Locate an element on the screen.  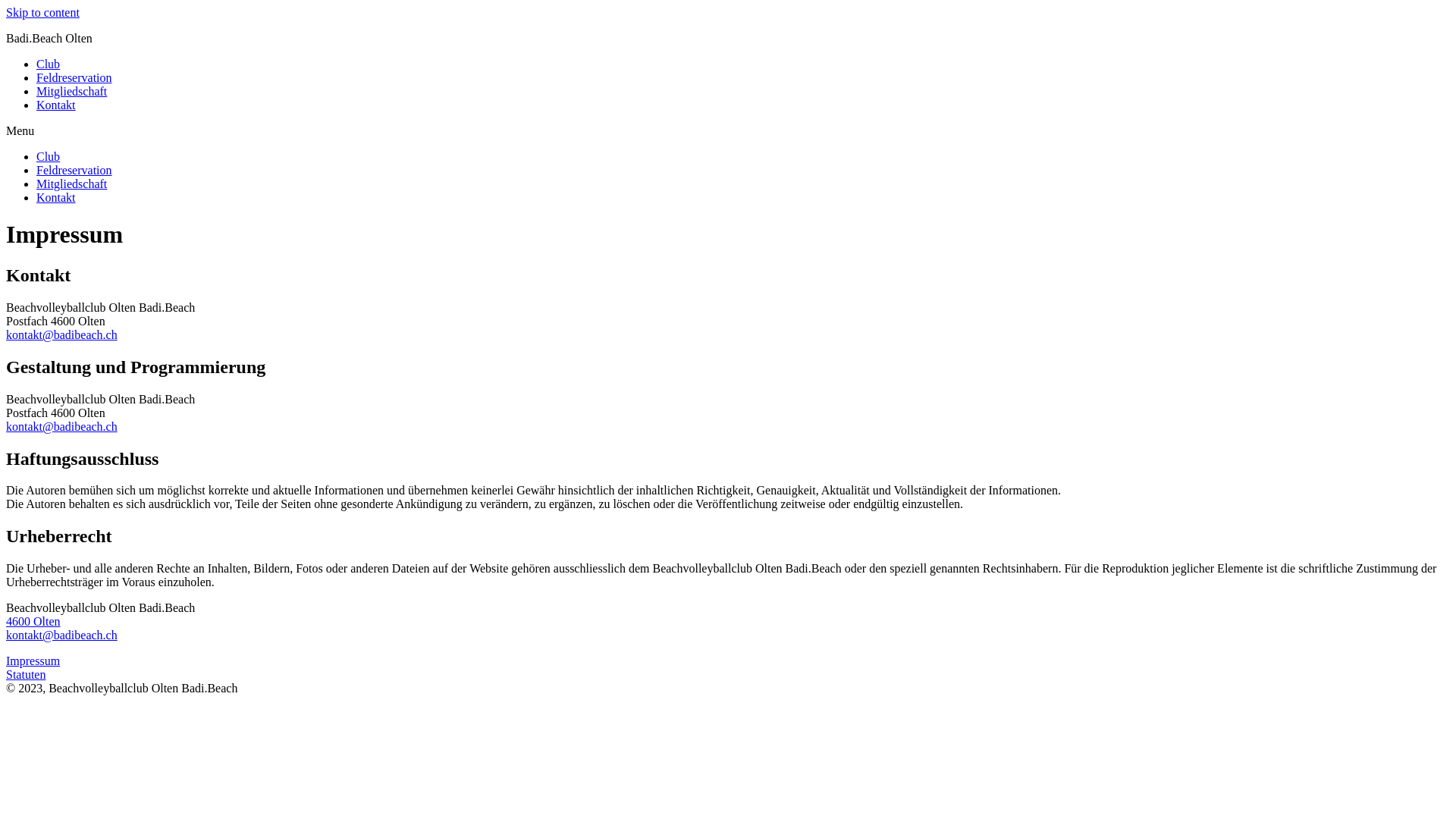
'Impressum' is located at coordinates (33, 660).